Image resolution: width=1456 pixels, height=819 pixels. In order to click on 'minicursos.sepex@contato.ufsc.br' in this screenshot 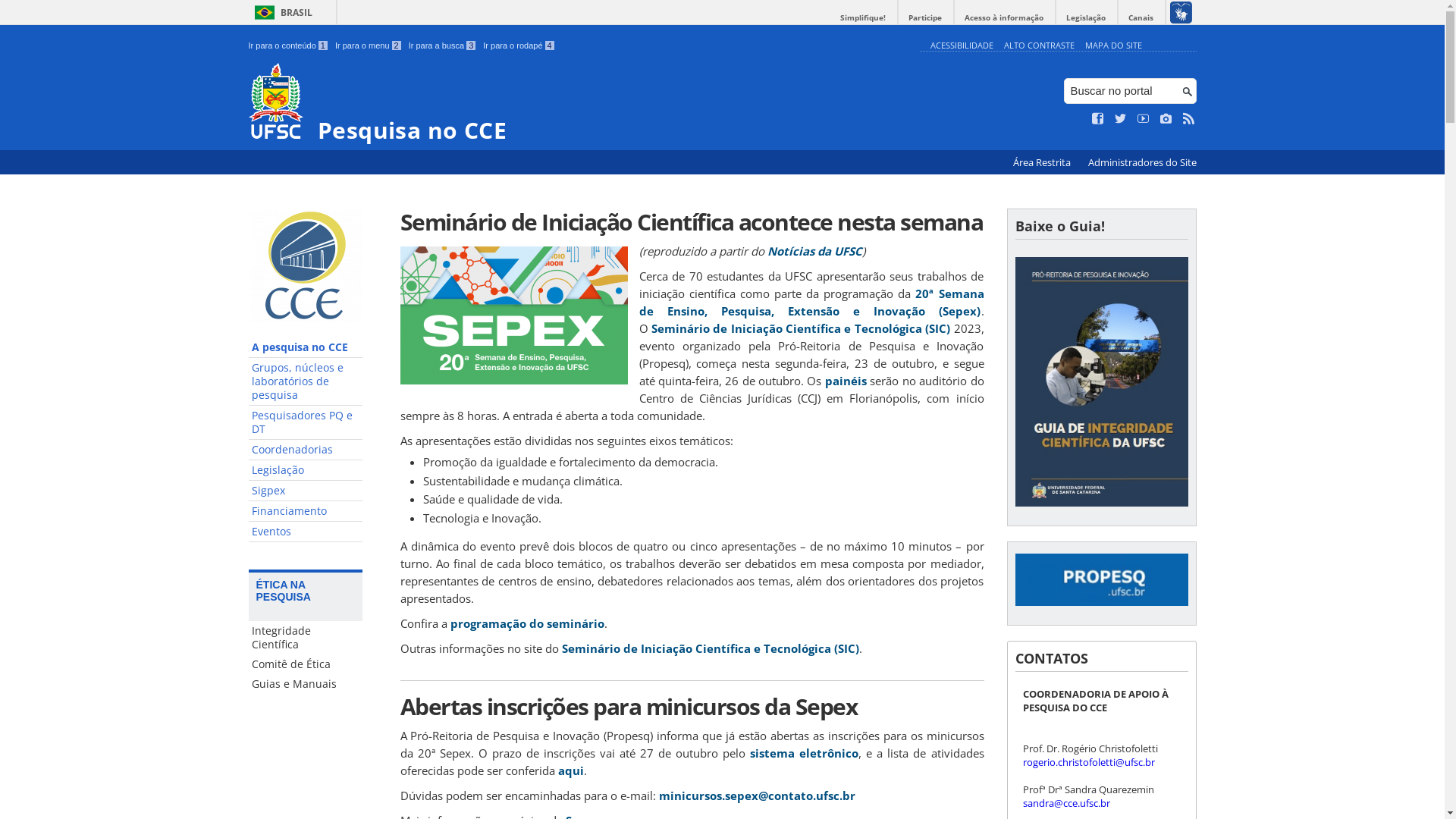, I will do `click(756, 795)`.